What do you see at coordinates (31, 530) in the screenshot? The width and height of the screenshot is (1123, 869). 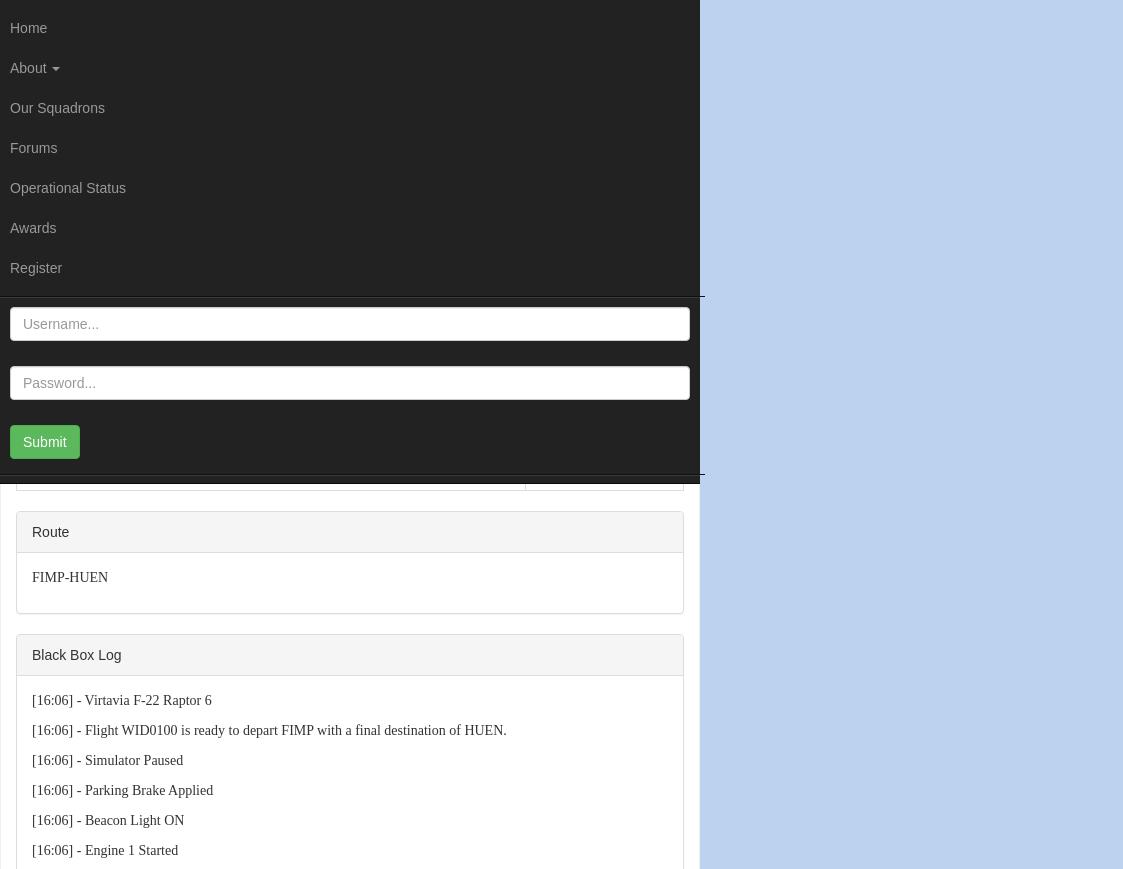 I see `'Route'` at bounding box center [31, 530].